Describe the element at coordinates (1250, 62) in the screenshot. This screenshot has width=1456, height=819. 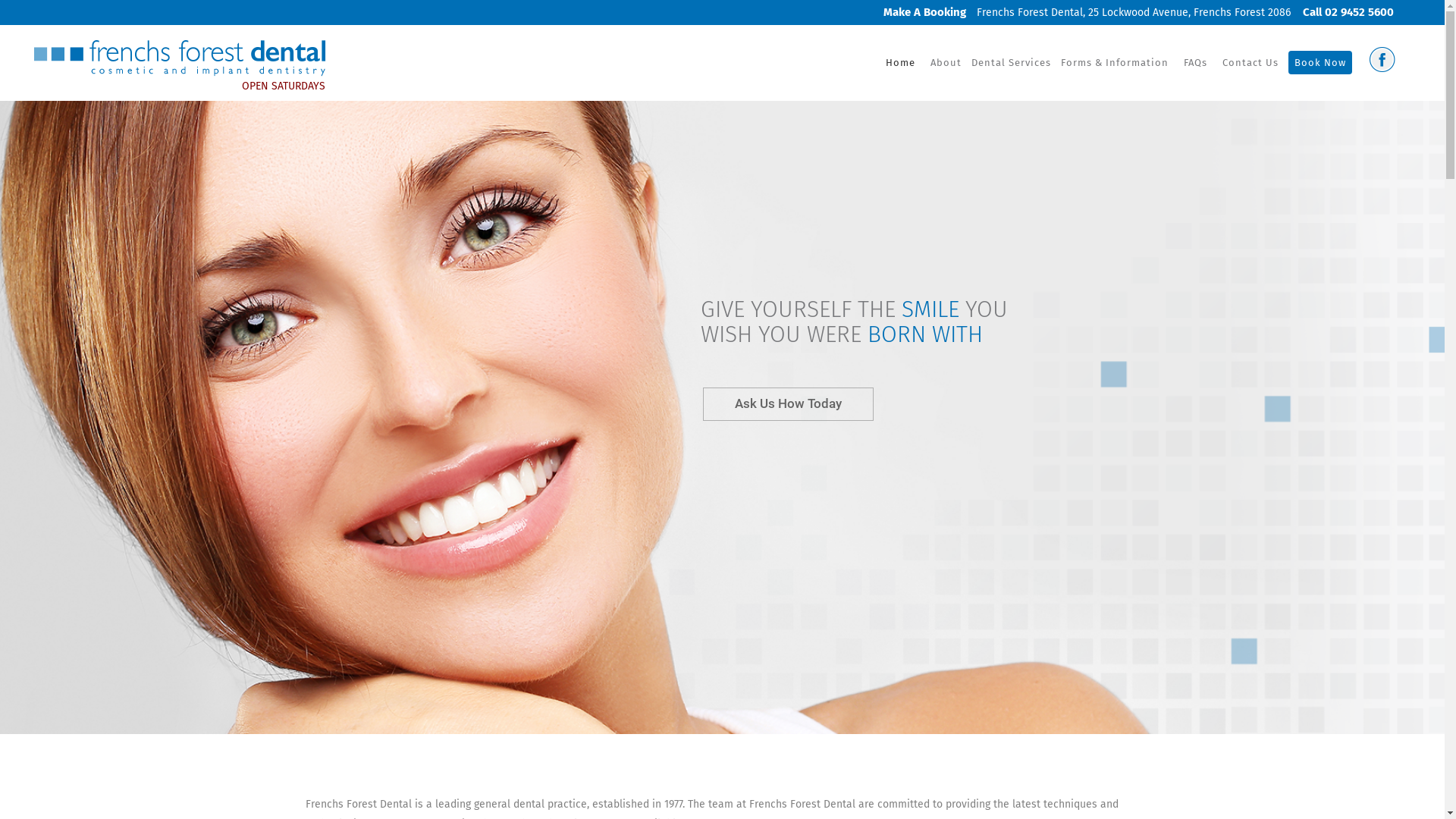
I see `'Contact Us'` at that location.